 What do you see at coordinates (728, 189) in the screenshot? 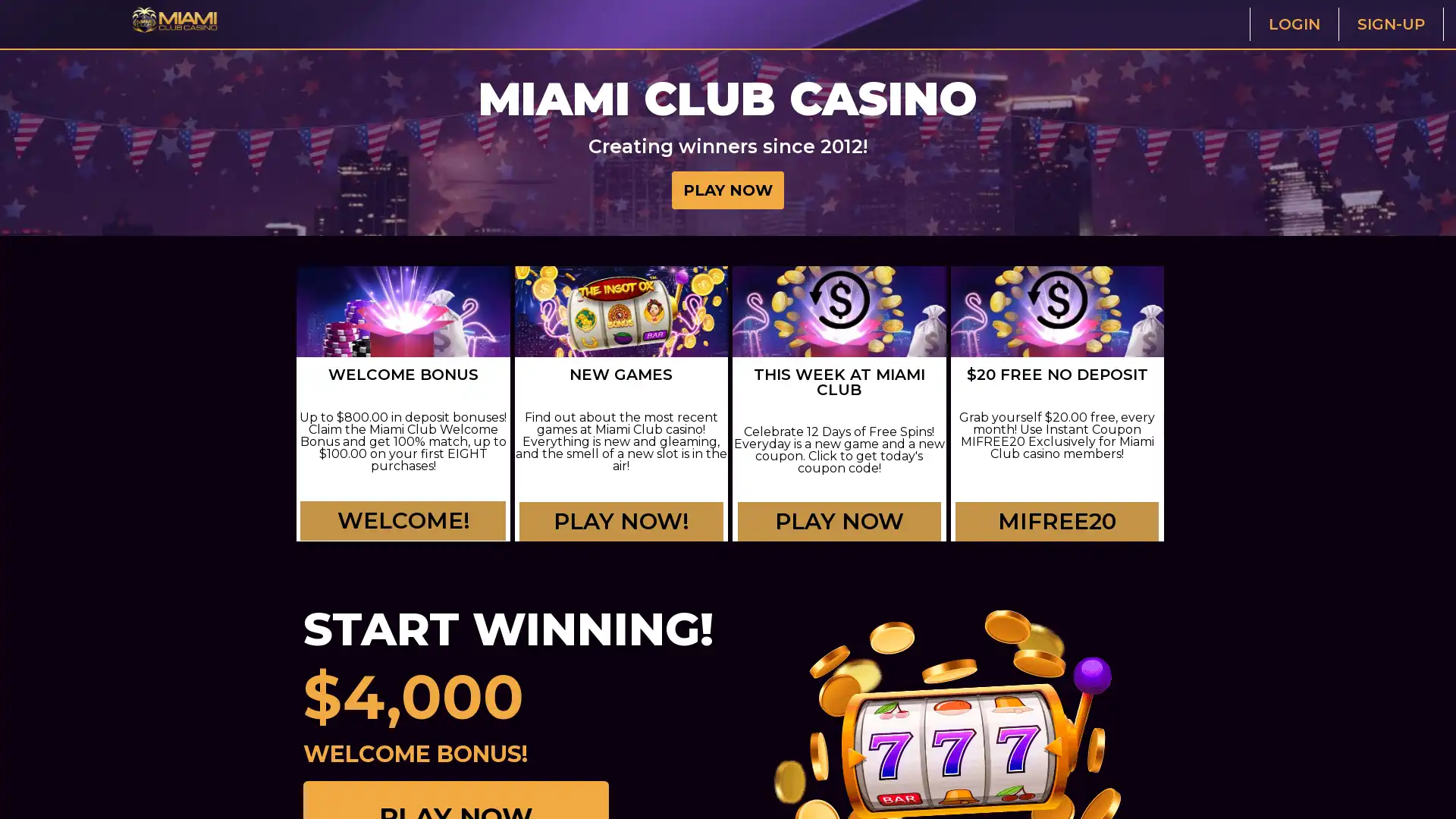
I see `PLAY NOW` at bounding box center [728, 189].